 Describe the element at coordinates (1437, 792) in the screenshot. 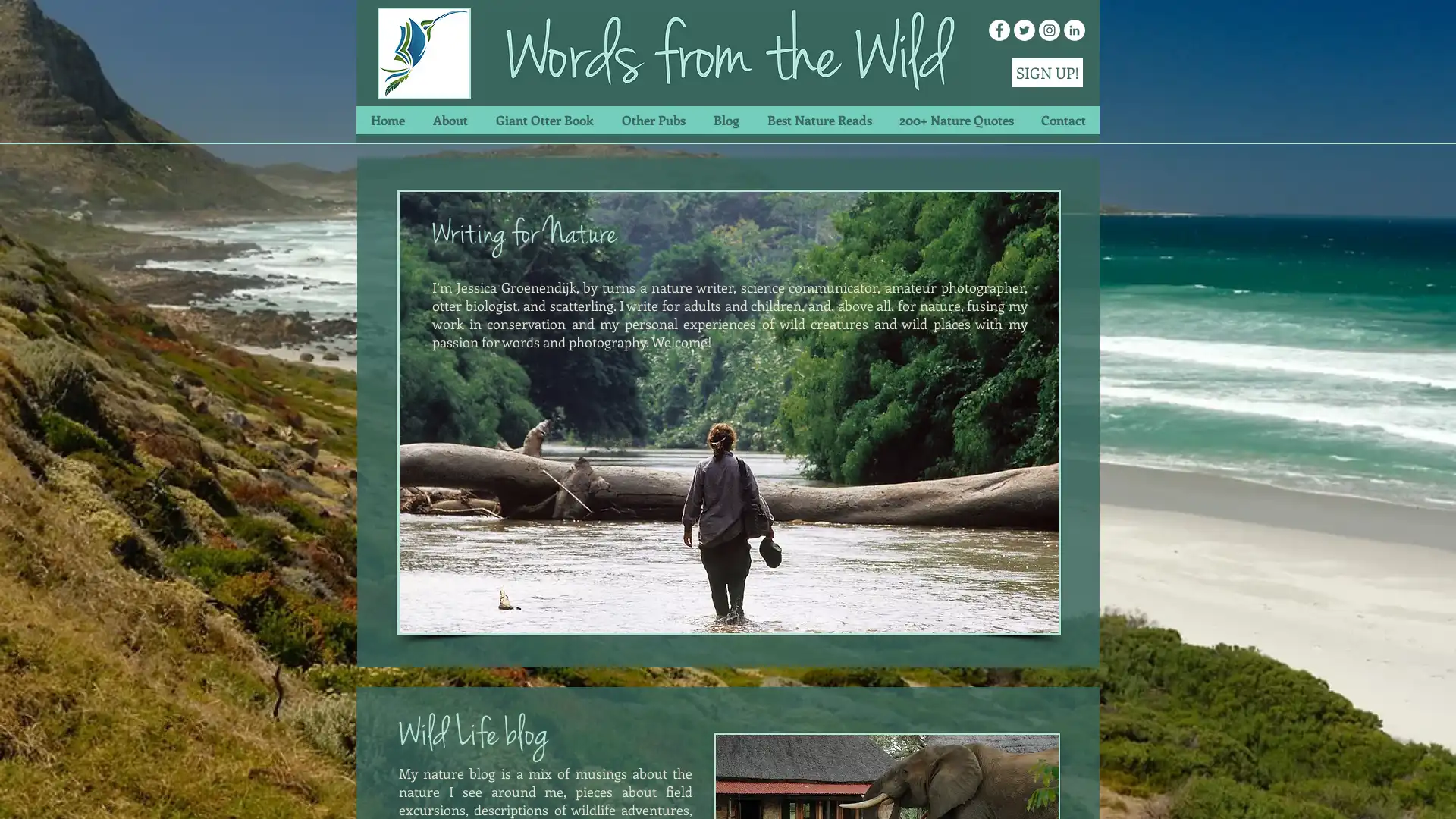

I see `Close` at that location.